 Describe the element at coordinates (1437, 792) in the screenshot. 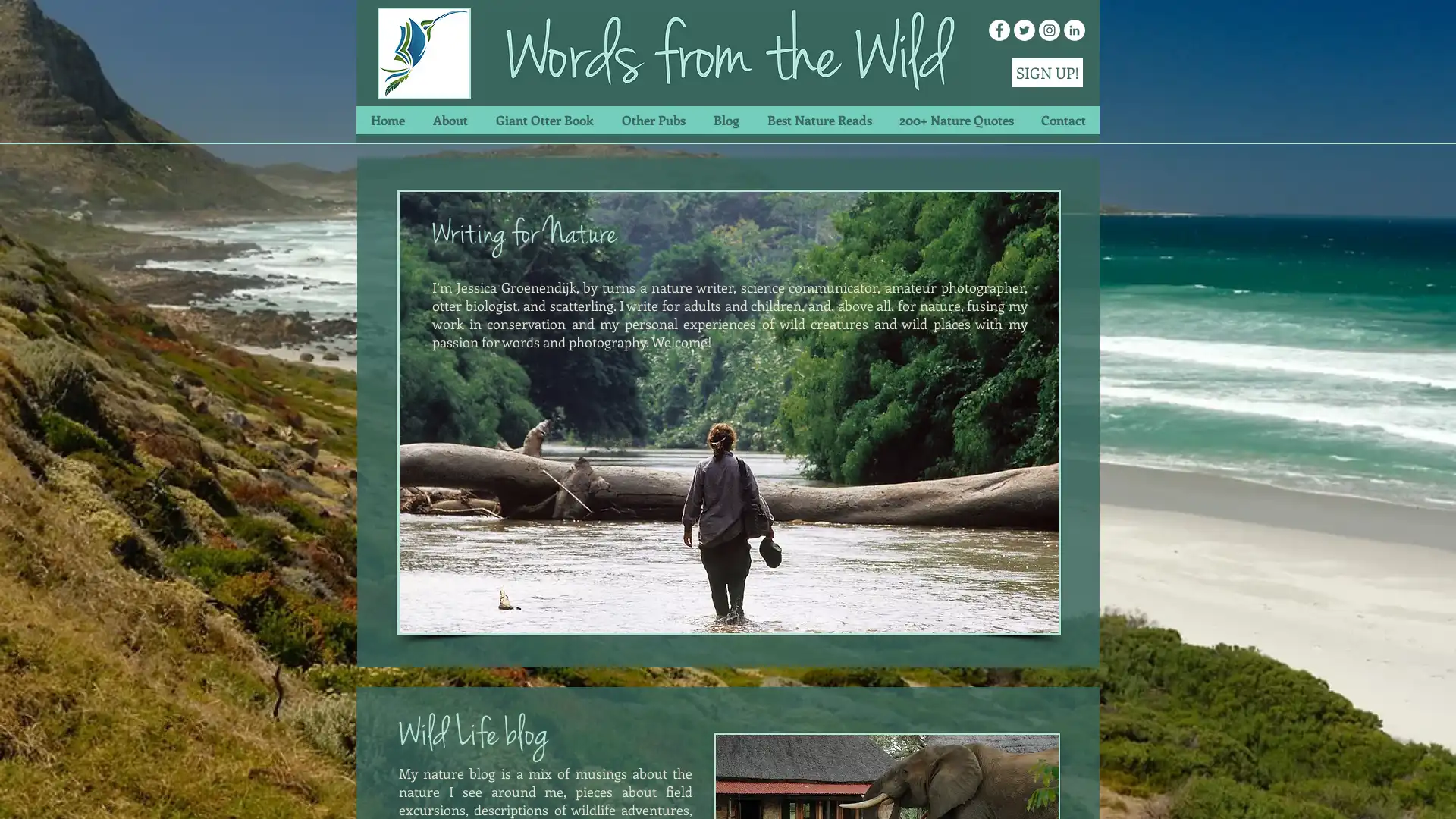

I see `Close` at that location.